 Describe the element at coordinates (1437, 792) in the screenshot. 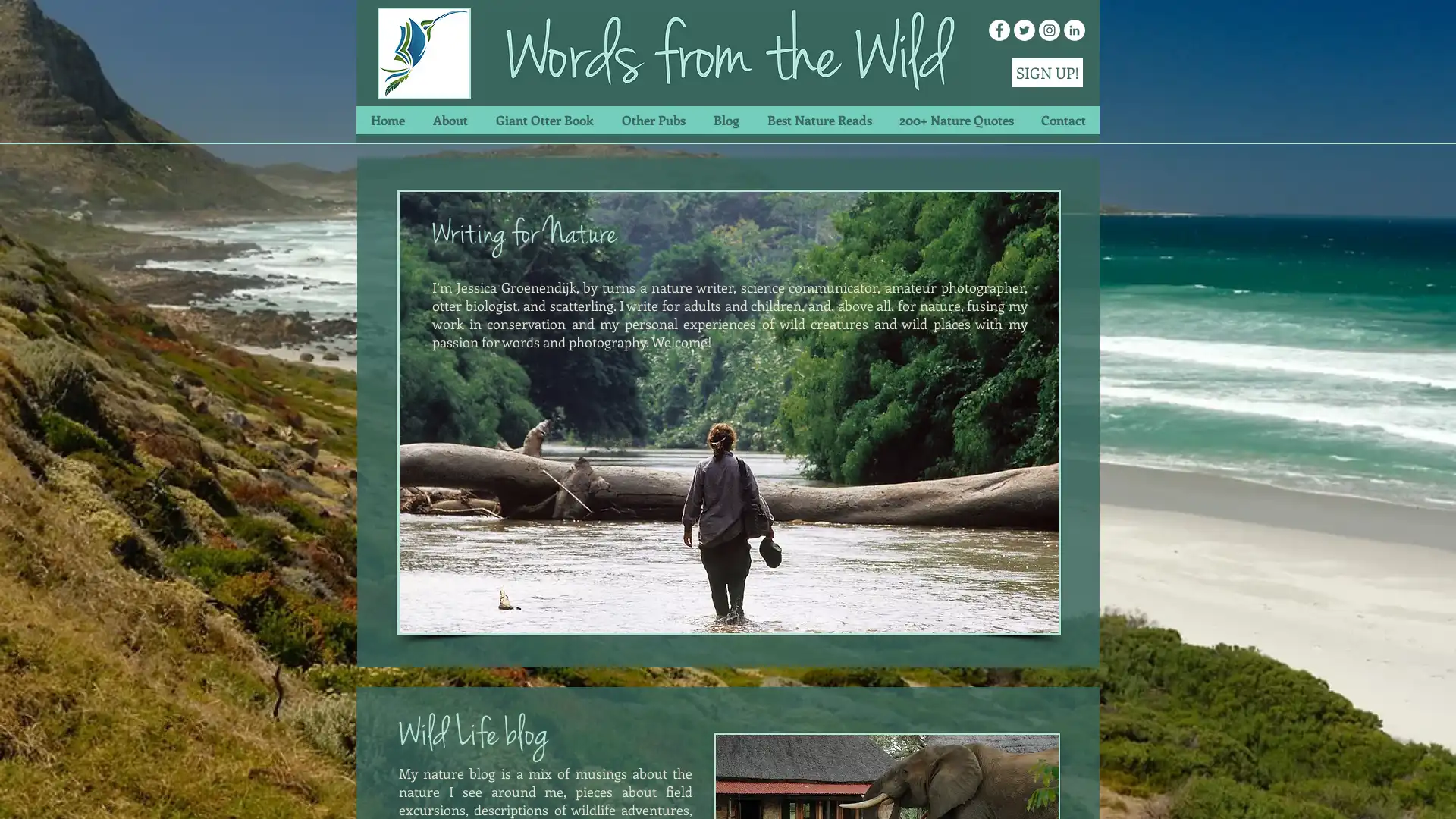

I see `Close` at that location.